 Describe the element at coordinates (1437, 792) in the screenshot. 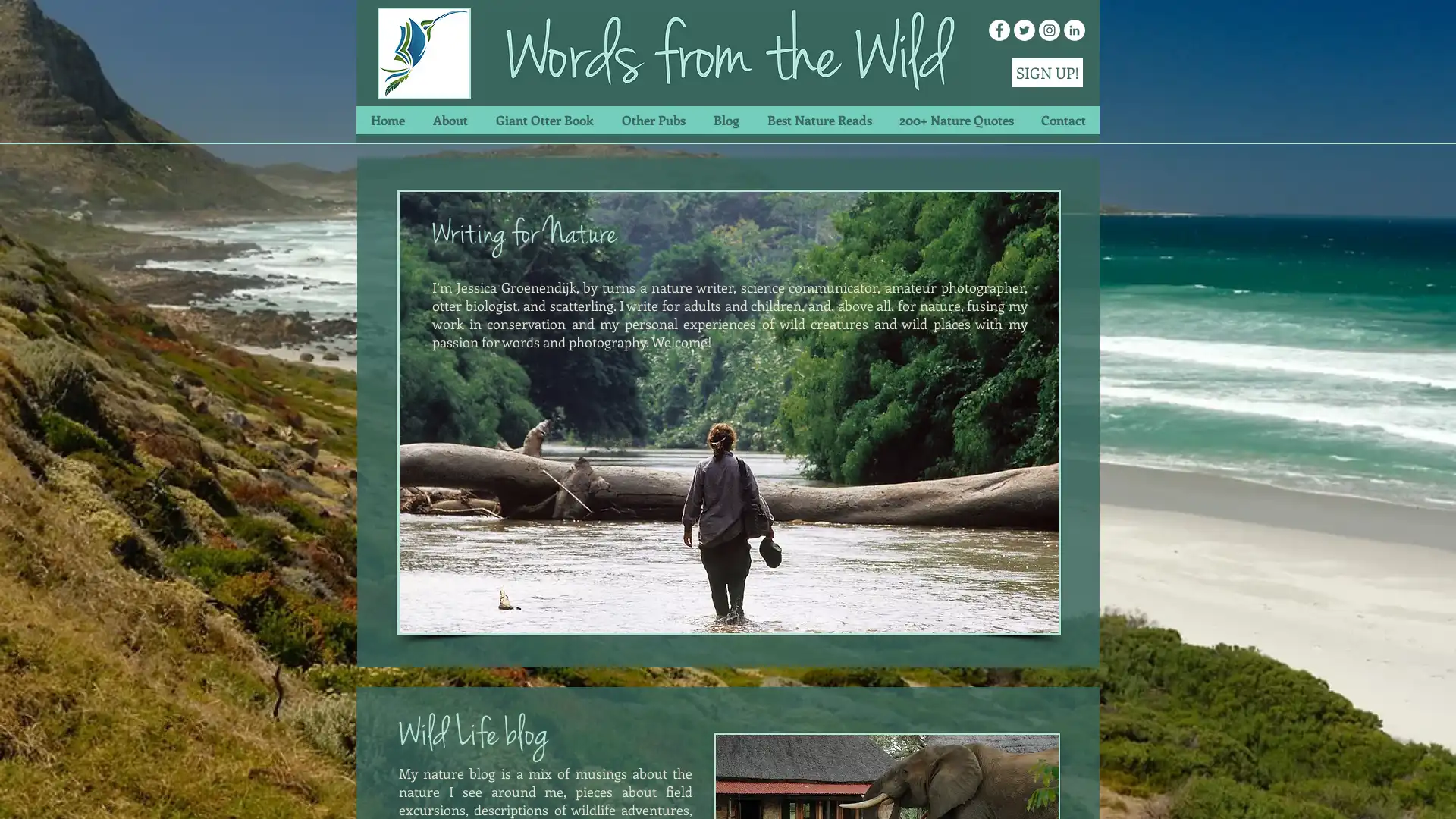

I see `Close` at that location.